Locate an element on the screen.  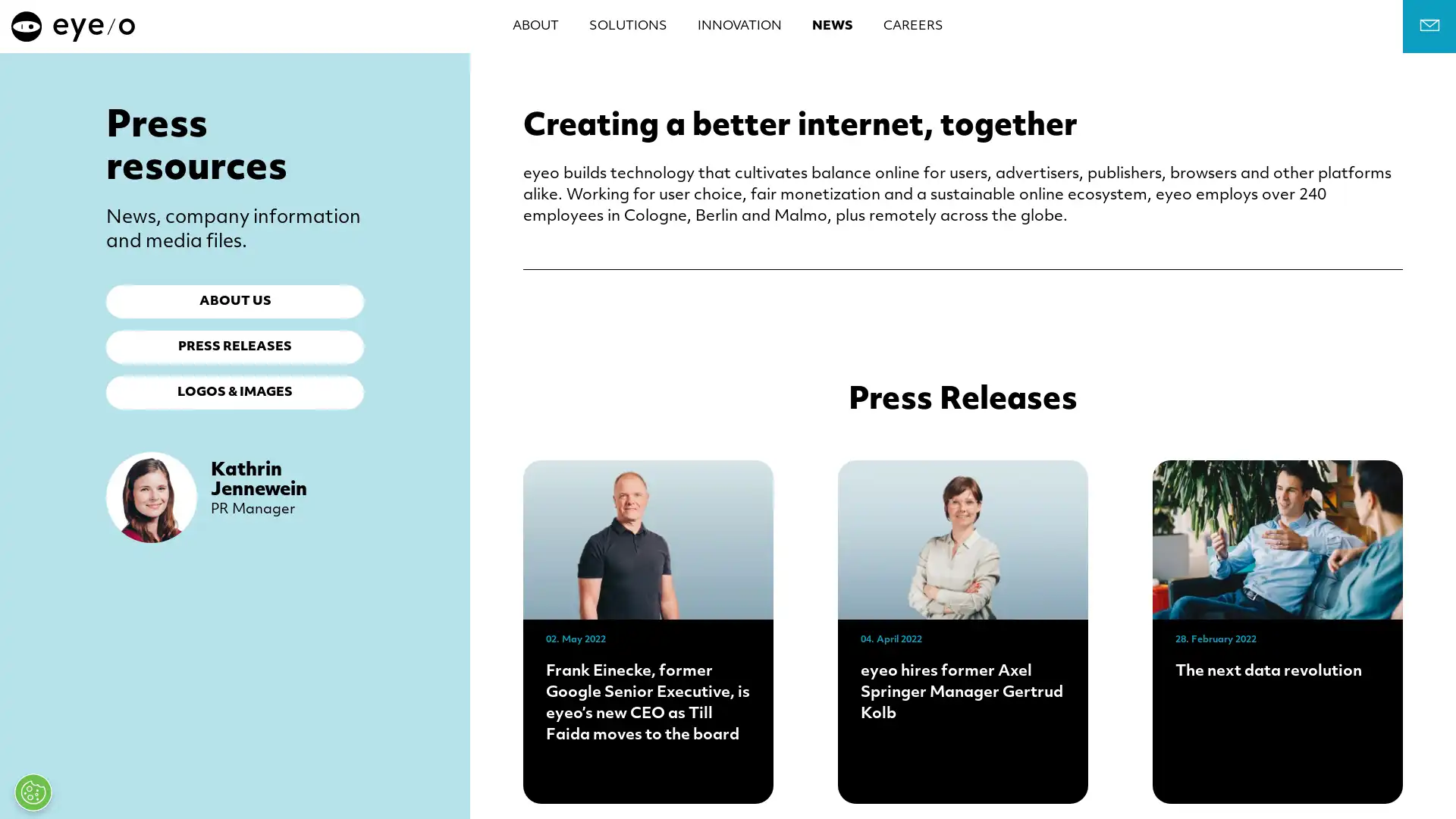
Open Preferences is located at coordinates (33, 792).